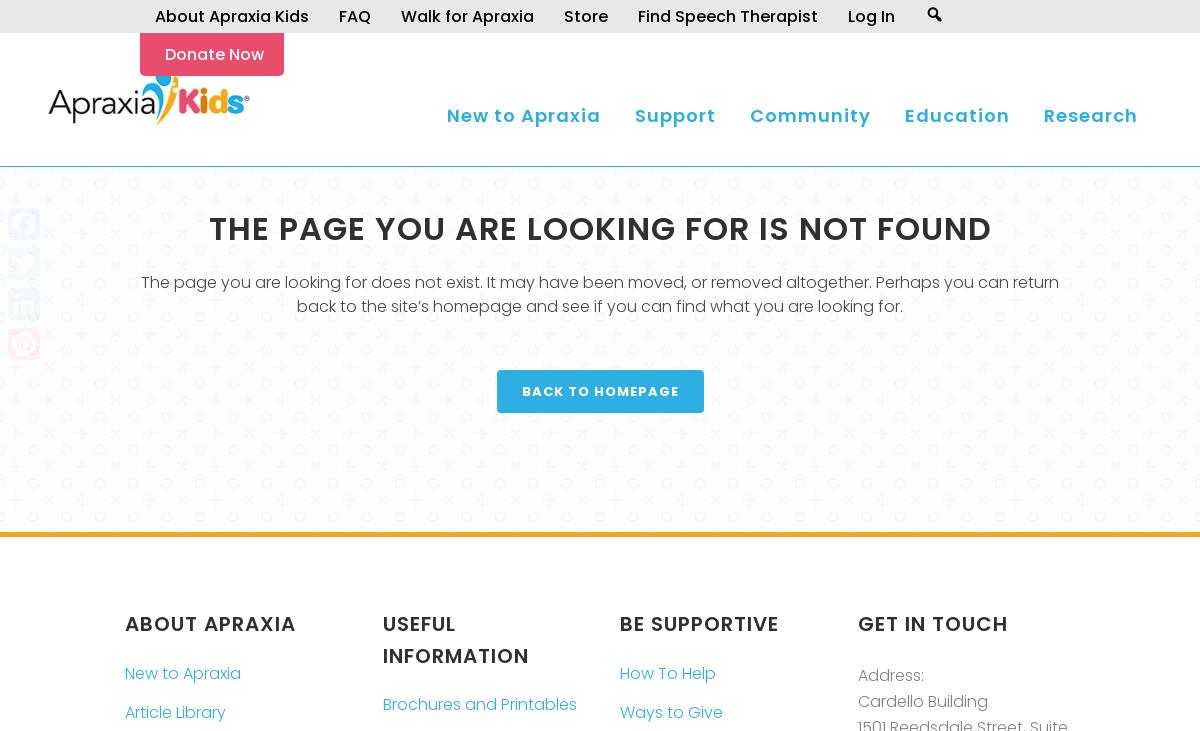 Image resolution: width=1200 pixels, height=731 pixels. Describe the element at coordinates (209, 623) in the screenshot. I see `'About Apraxia'` at that location.